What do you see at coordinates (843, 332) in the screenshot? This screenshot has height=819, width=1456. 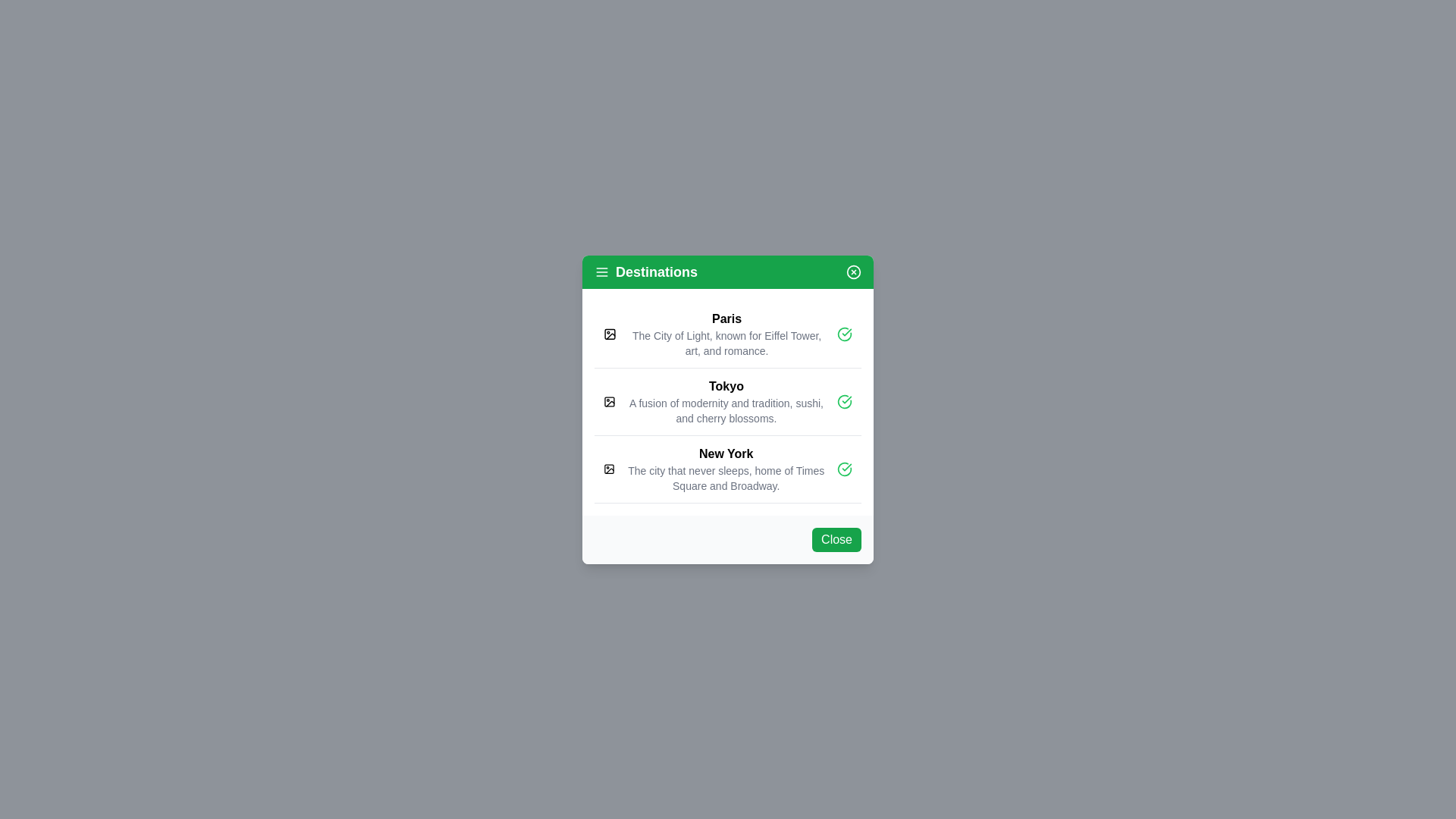 I see `the circular green checkmark icon adjacent to the 'Paris' title` at bounding box center [843, 332].